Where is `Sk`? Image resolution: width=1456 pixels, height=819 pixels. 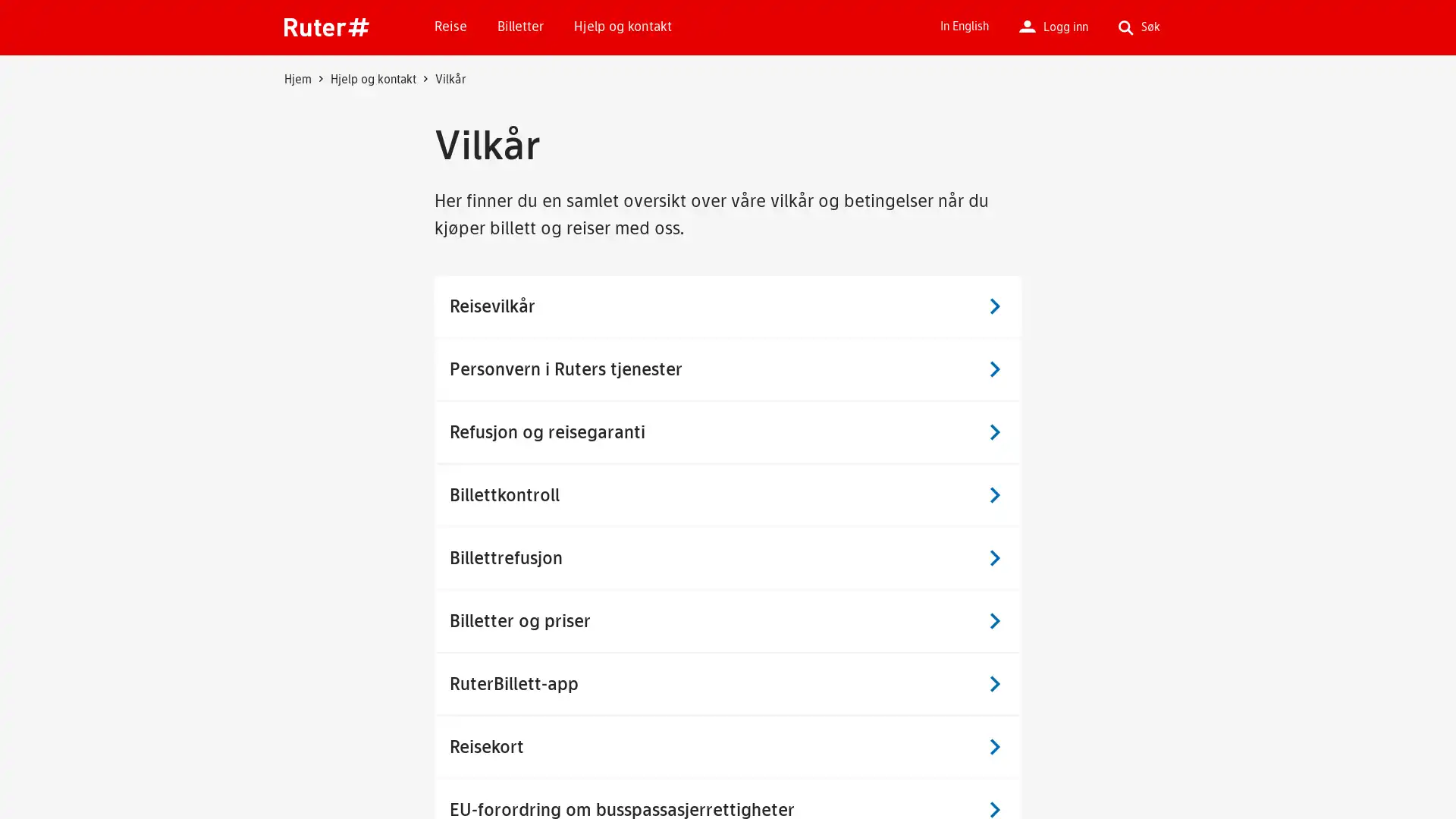 Sk is located at coordinates (971, 137).